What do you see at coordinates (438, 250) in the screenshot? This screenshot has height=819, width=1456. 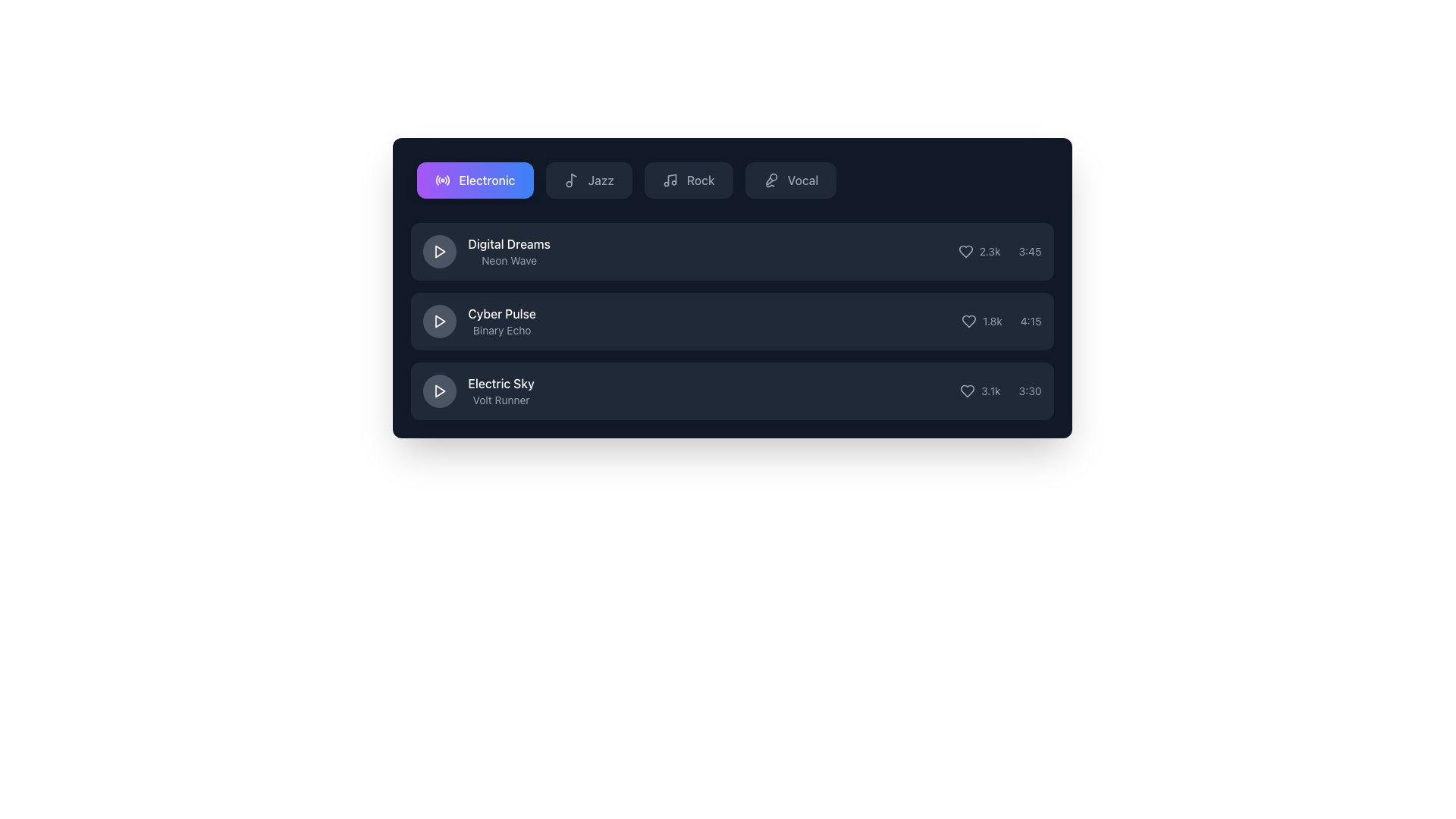 I see `the circular play button for the track 'Digital Dreams' to trigger the color and size change animation` at bounding box center [438, 250].